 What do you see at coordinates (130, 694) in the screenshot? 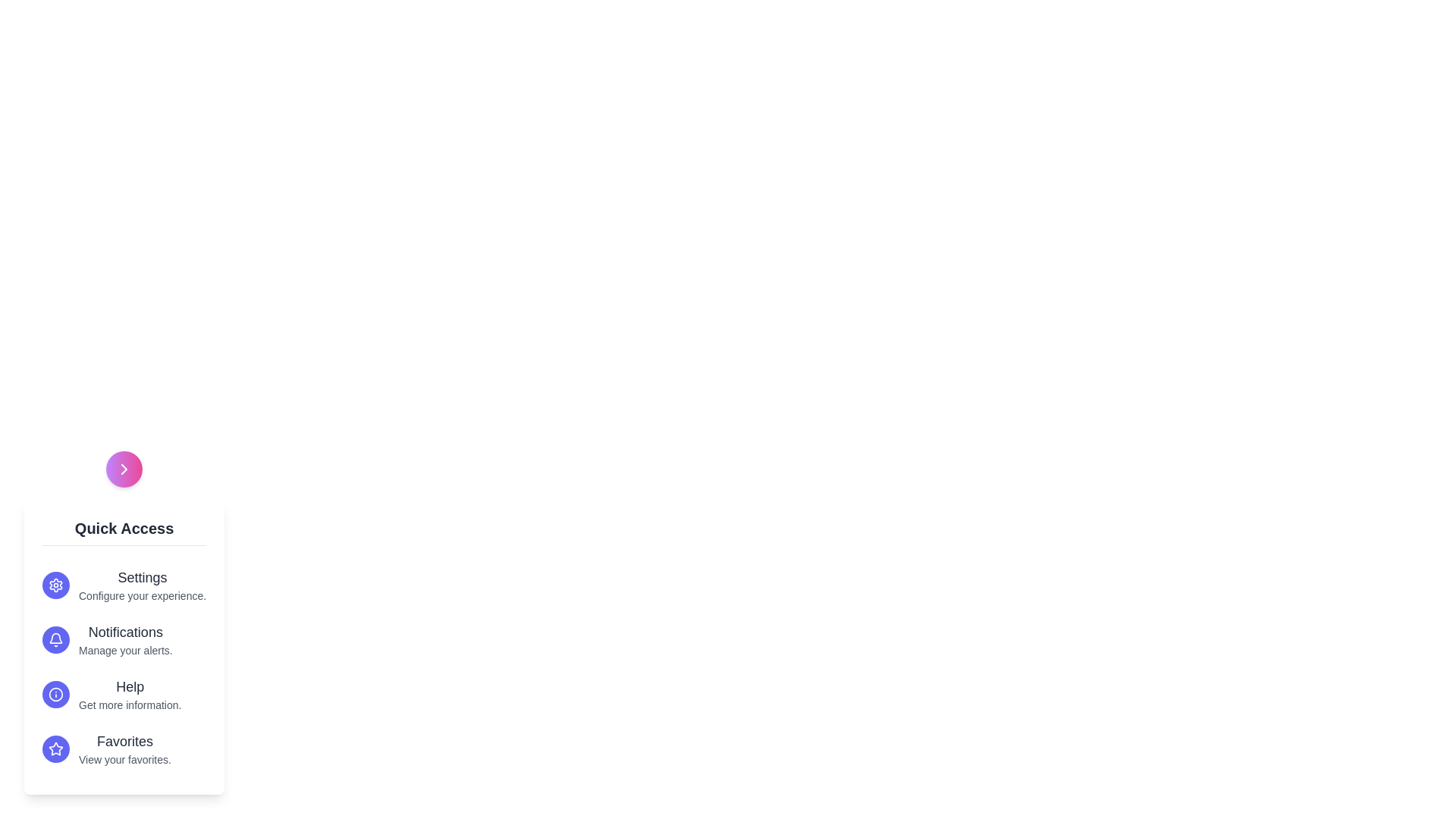
I see `the 'Help' option in the menu` at bounding box center [130, 694].